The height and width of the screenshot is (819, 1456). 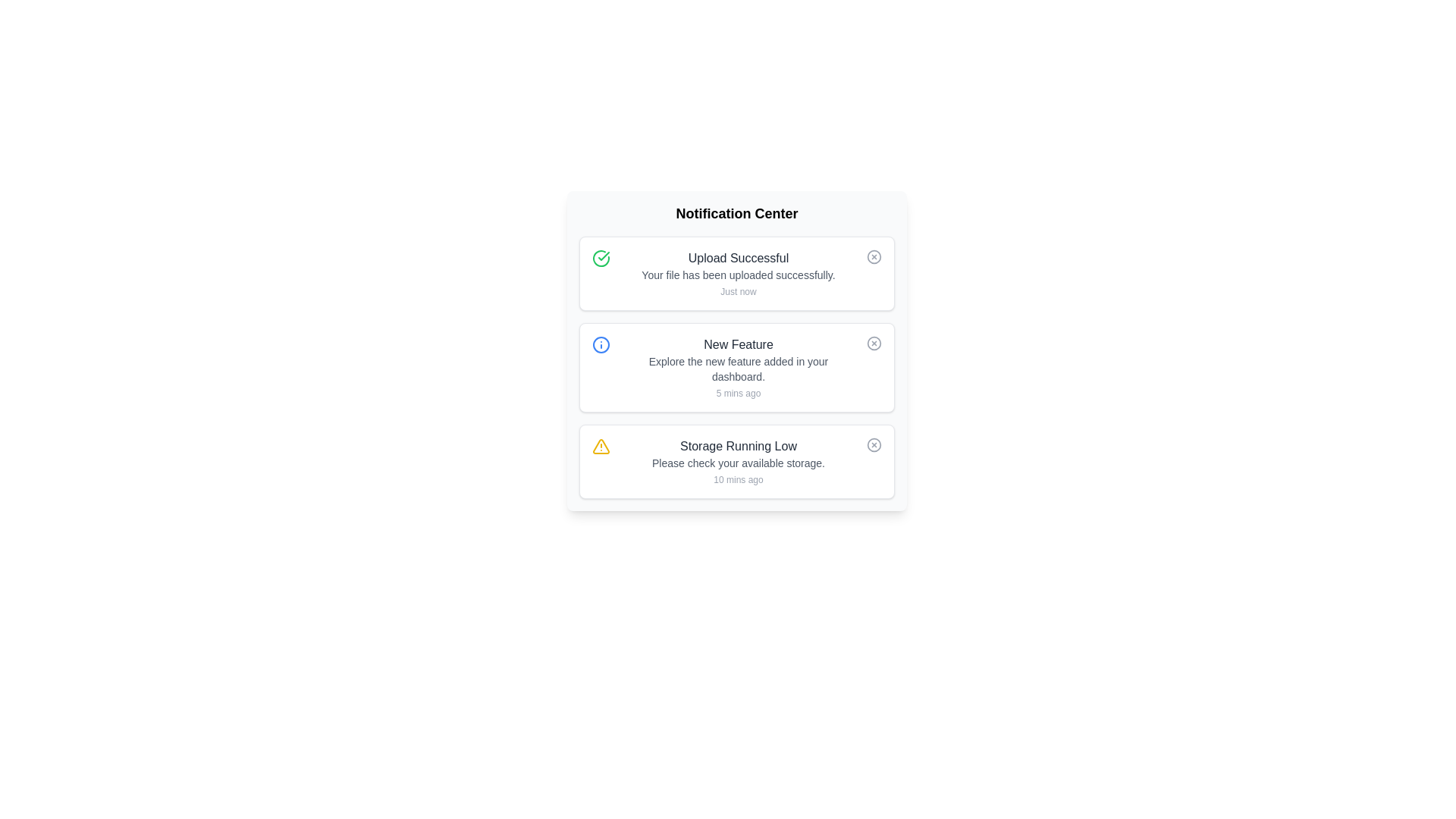 I want to click on the Notification Card displaying 'Upload Successful', which contains the message 'Your file has been uploaded successfully.' and is the first in the vertical list of notifications, so click(x=739, y=274).